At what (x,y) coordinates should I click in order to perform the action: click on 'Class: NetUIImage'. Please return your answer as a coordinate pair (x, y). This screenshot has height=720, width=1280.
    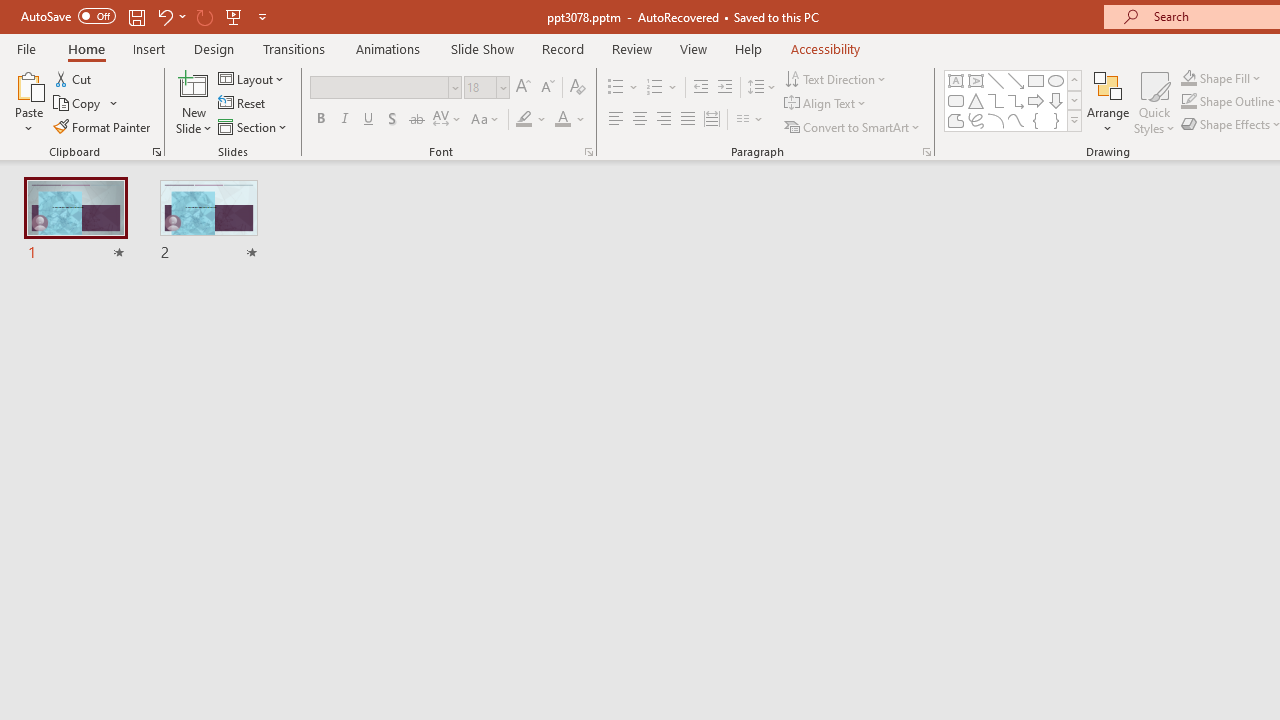
    Looking at the image, I should click on (1074, 120).